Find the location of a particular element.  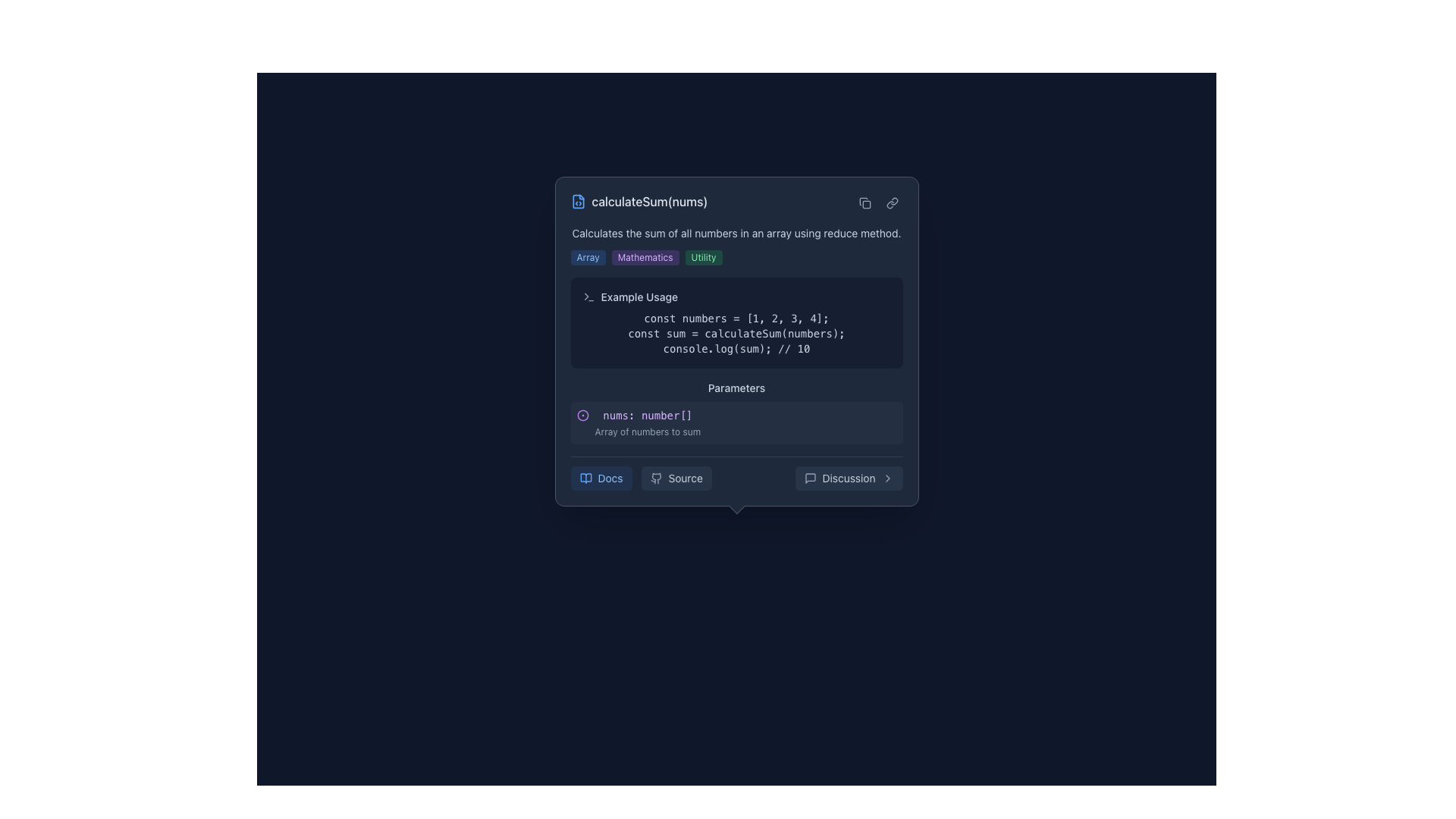

the circular button with a link symbol icon located at the top right corner of the card is located at coordinates (892, 202).